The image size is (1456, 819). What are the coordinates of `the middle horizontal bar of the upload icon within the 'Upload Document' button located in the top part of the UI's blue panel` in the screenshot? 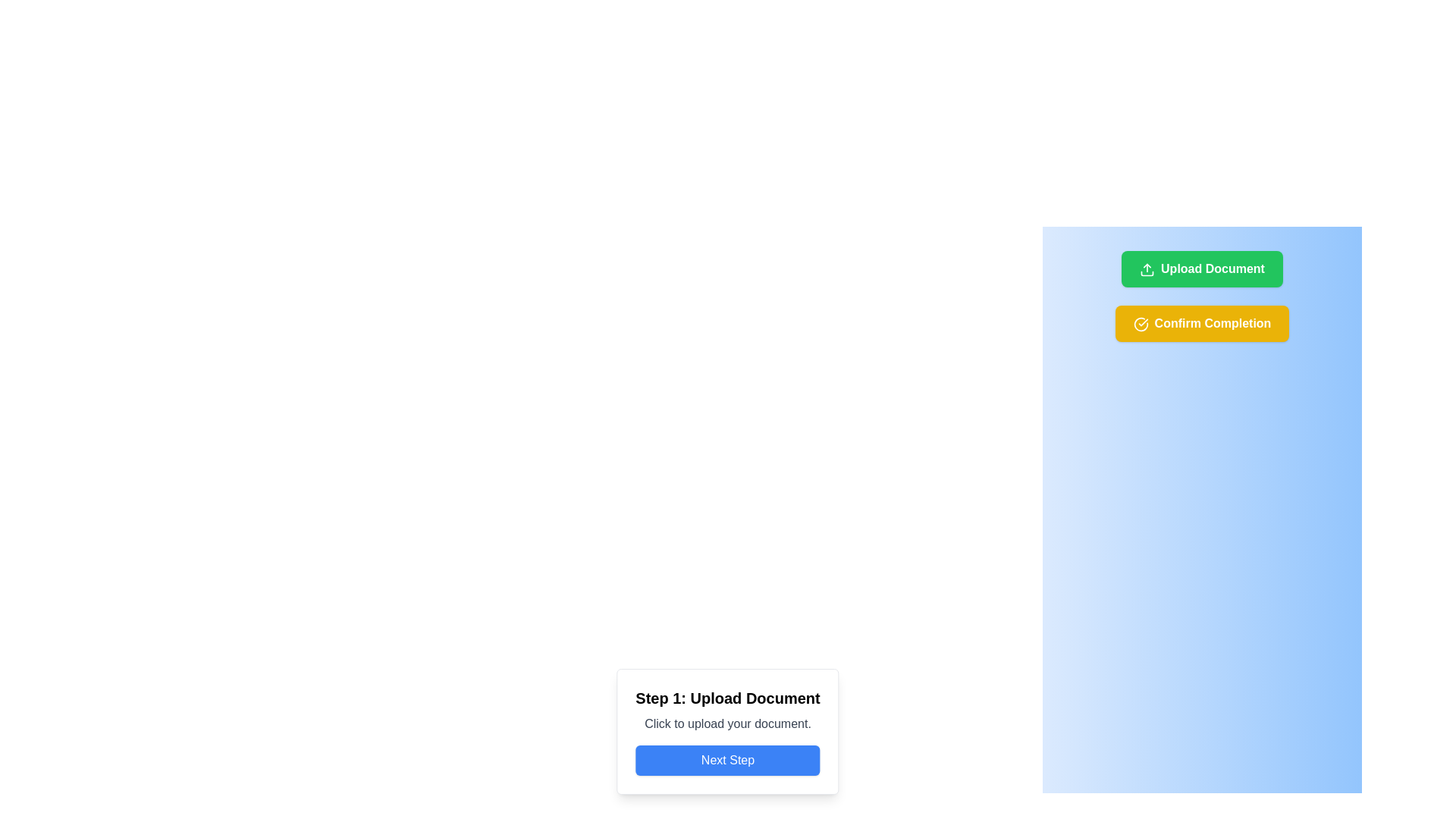 It's located at (1147, 273).